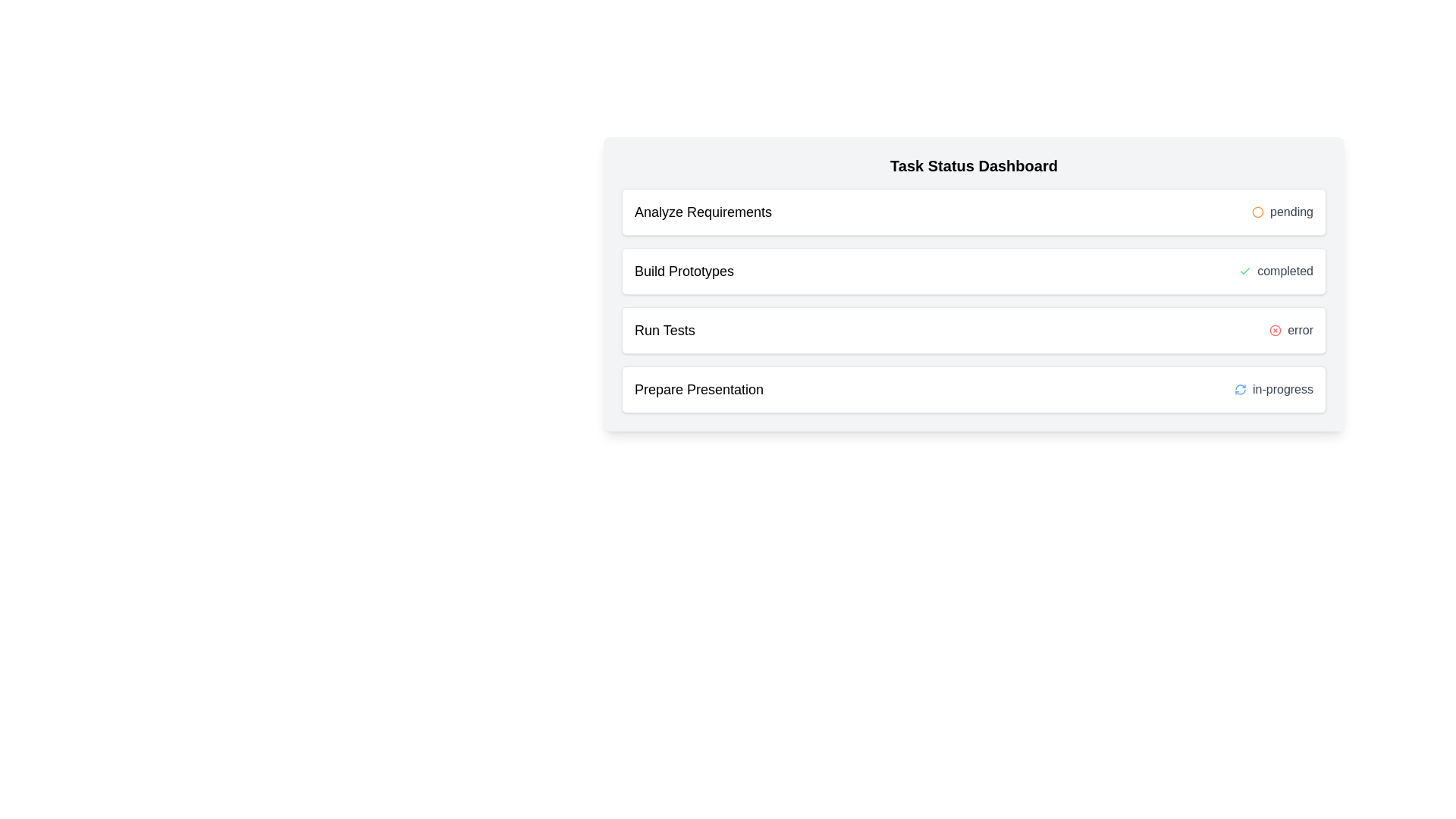 Image resolution: width=1456 pixels, height=819 pixels. What do you see at coordinates (974, 271) in the screenshot?
I see `the completion status of the task represented by the card titled 'Build Prototypes' in the Task Status Dashboard to modify it` at bounding box center [974, 271].